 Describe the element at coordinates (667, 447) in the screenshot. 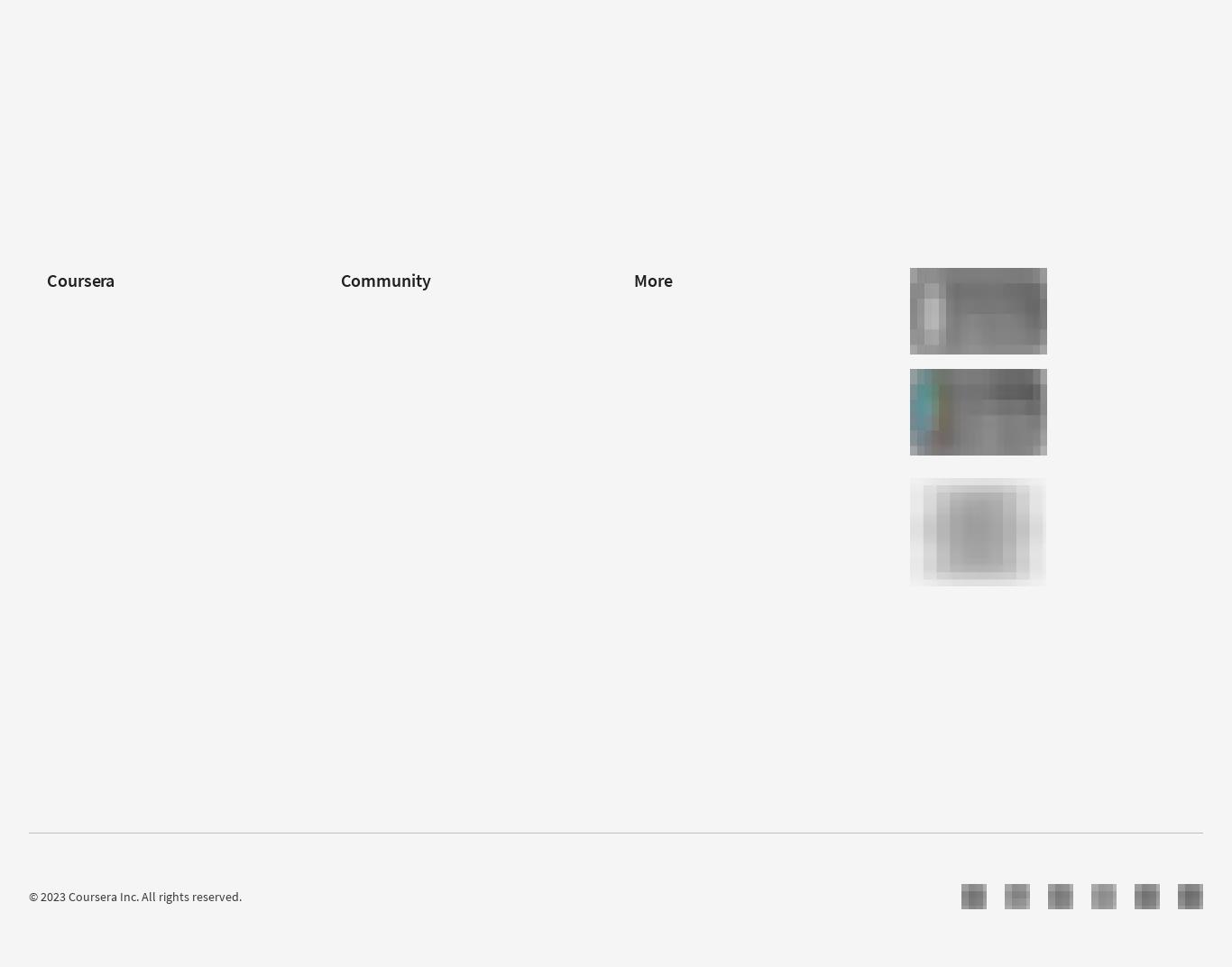

I see `'Accessibility'` at that location.